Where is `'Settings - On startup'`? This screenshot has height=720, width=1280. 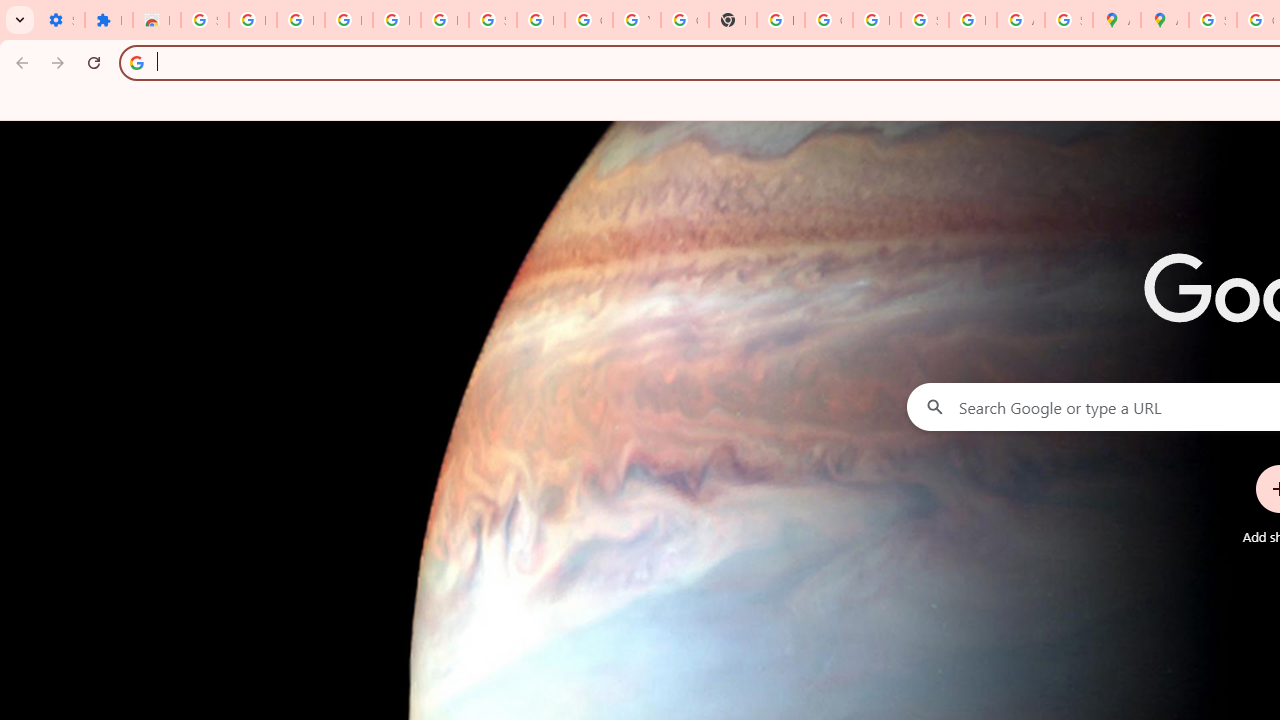
'Settings - On startup' is located at coordinates (60, 20).